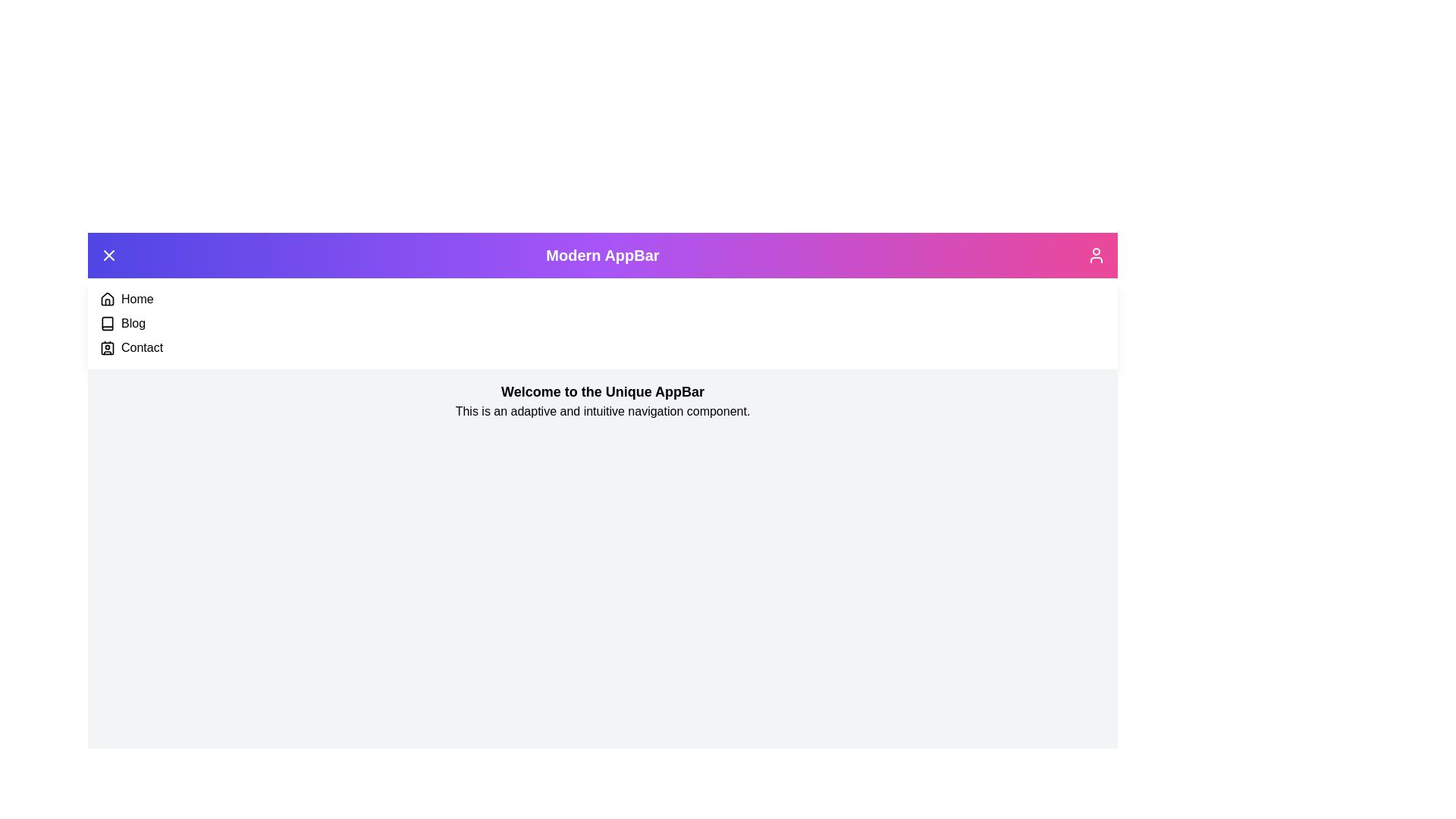 Image resolution: width=1456 pixels, height=819 pixels. Describe the element at coordinates (107, 299) in the screenshot. I see `the navigation item Home from the menu` at that location.